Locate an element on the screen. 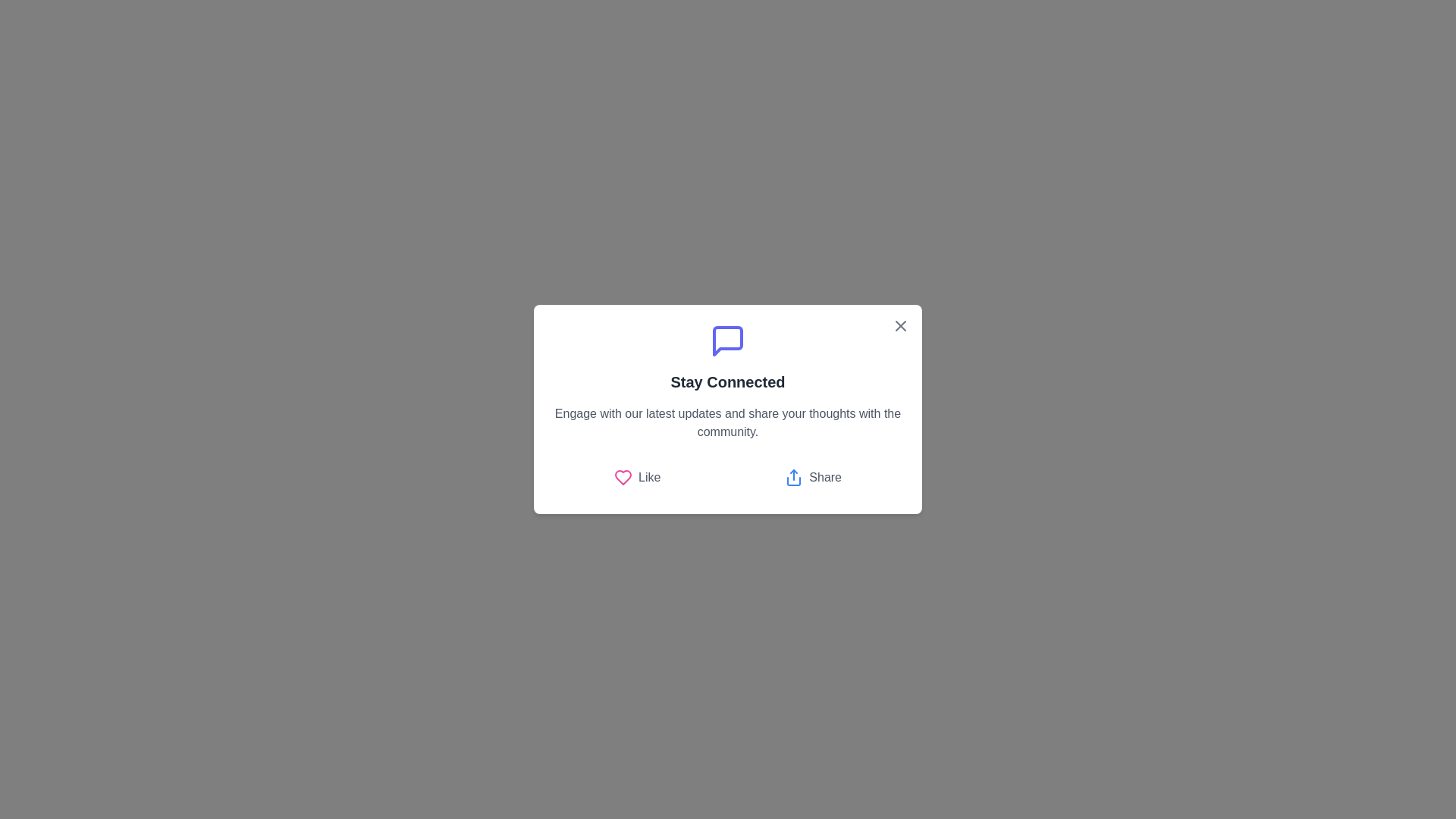 This screenshot has height=819, width=1456. the close button to close the dialog is located at coordinates (901, 325).